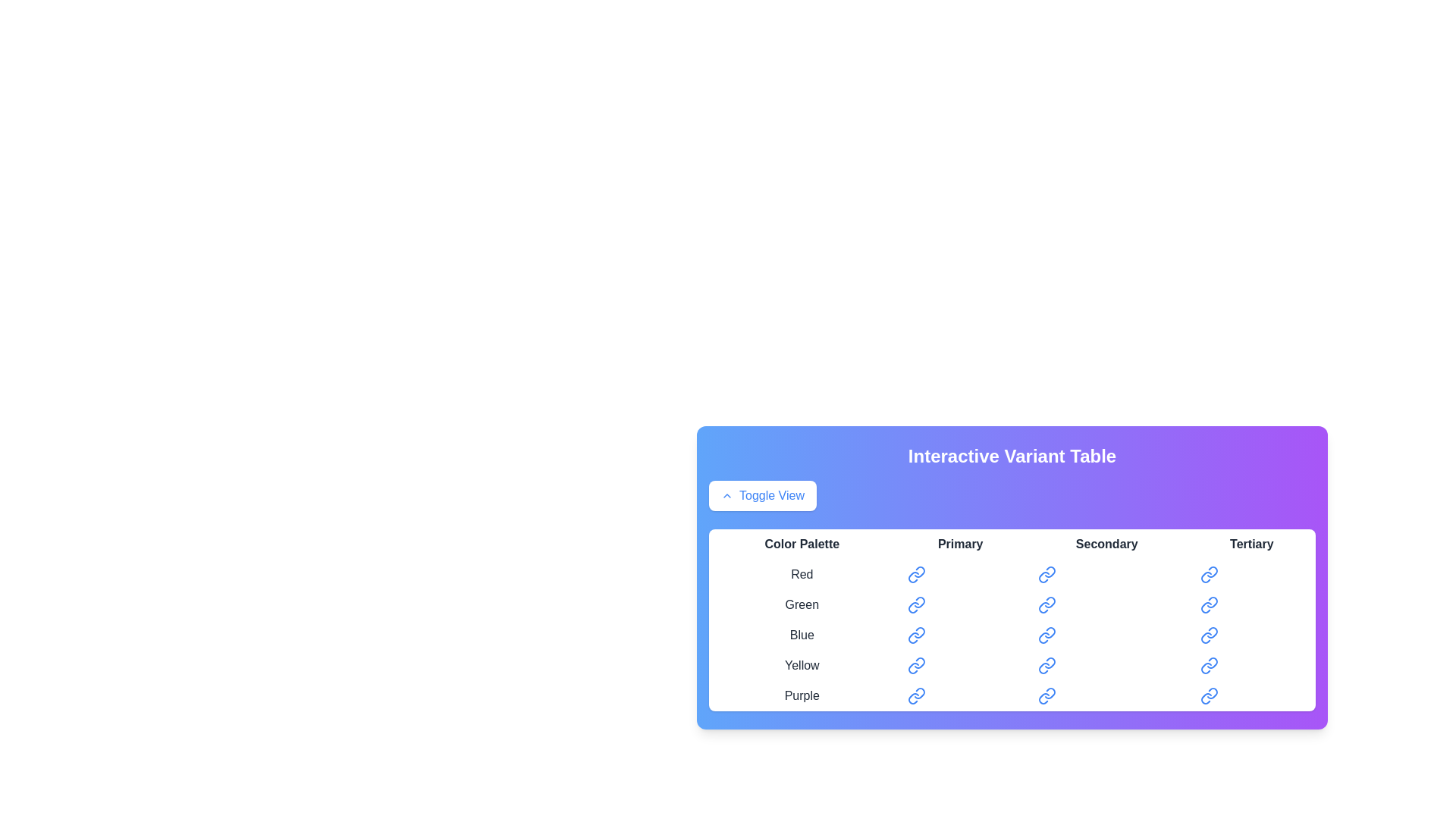 The height and width of the screenshot is (819, 1456). What do you see at coordinates (1208, 696) in the screenshot?
I see `the blue link-style button with a chain icon located in the third column labeled 'Tertiary' and the fifth row associated with 'Purple' in the 'Interactive Variant Table'` at bounding box center [1208, 696].